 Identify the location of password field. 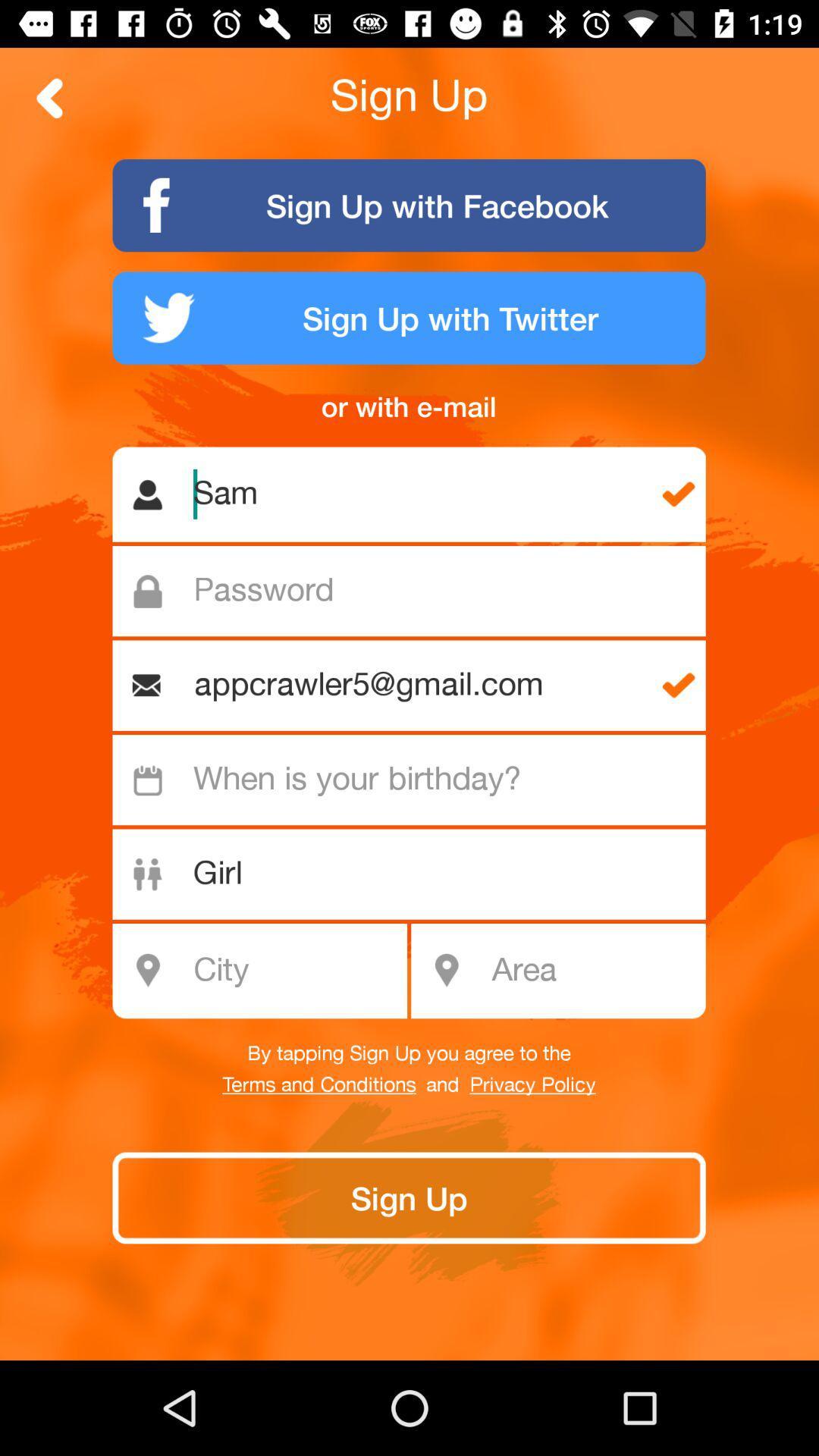
(417, 590).